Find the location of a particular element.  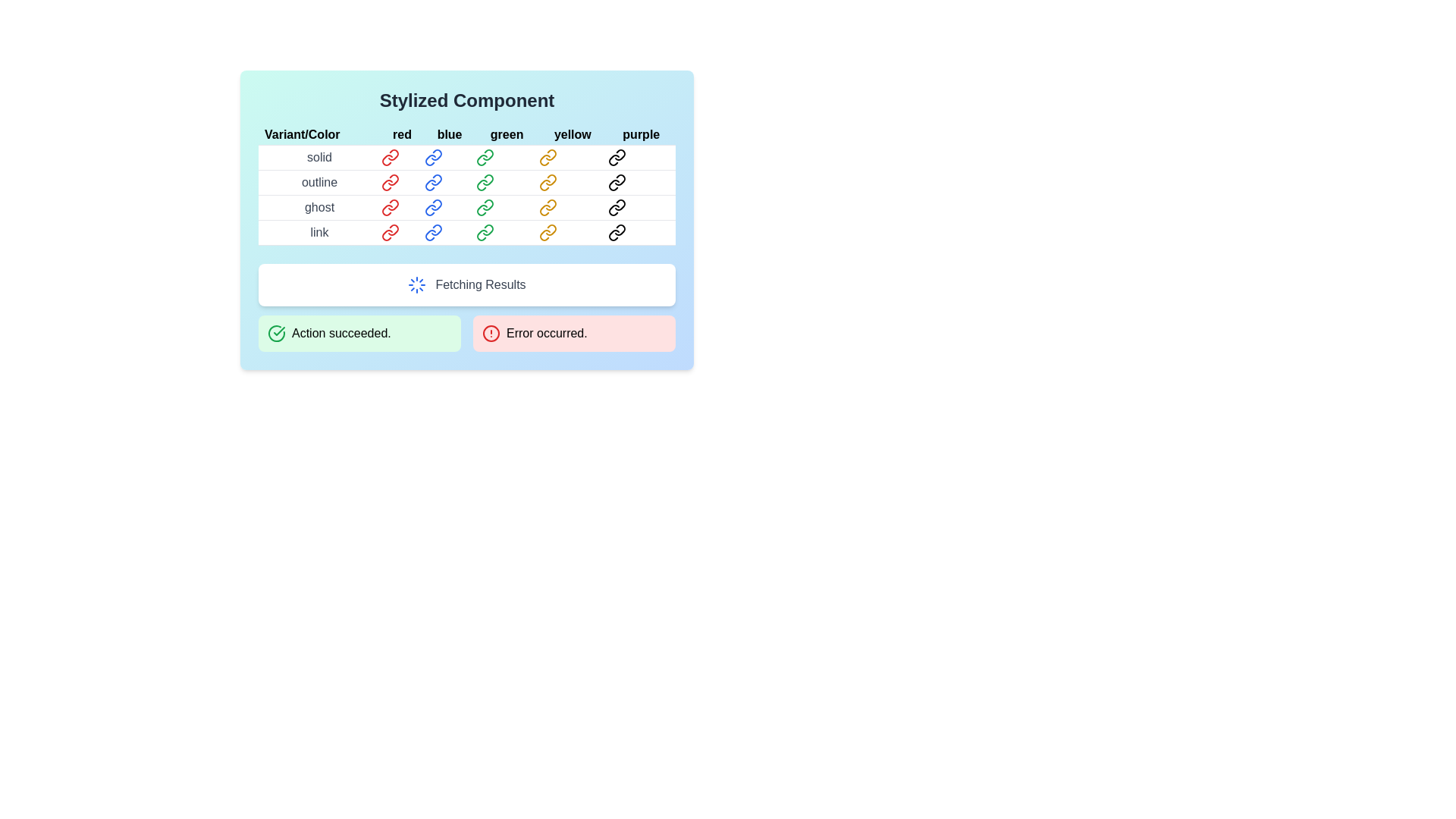

the clickable icon depicting a link, which is styled with a purple color and located in the 'ghost' row and 'purple' column of the table to trigger a tooltip or hover effect is located at coordinates (617, 207).